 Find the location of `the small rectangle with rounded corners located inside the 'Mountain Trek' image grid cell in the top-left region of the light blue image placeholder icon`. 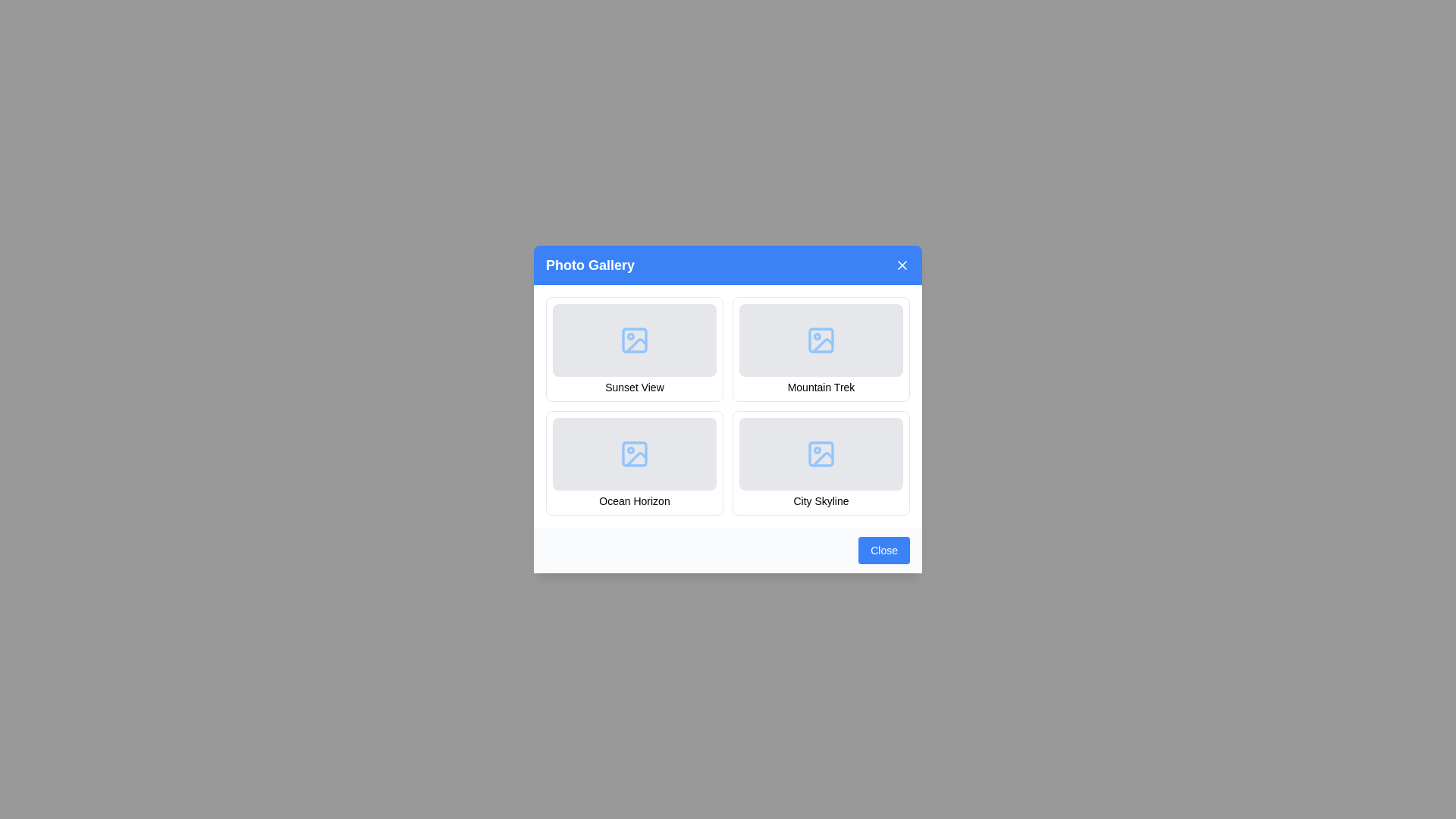

the small rectangle with rounded corners located inside the 'Mountain Trek' image grid cell in the top-left region of the light blue image placeholder icon is located at coordinates (821, 339).